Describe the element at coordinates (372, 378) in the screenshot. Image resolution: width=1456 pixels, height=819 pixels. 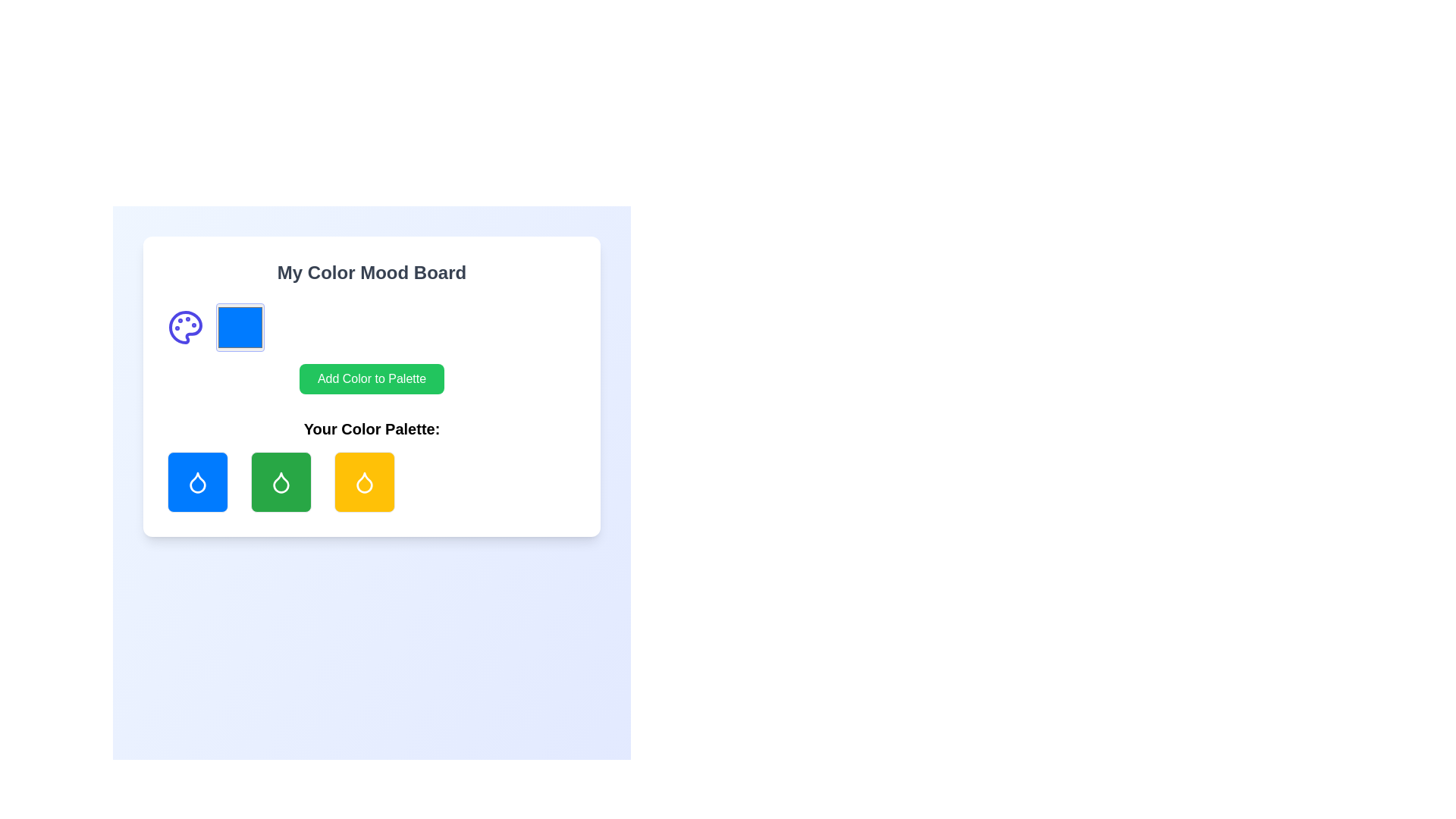
I see `the button that allows users to add a new color to their color mood board, which is located below the title 'My Color Mood Board' and above the section 'Your Color Palette'` at that location.